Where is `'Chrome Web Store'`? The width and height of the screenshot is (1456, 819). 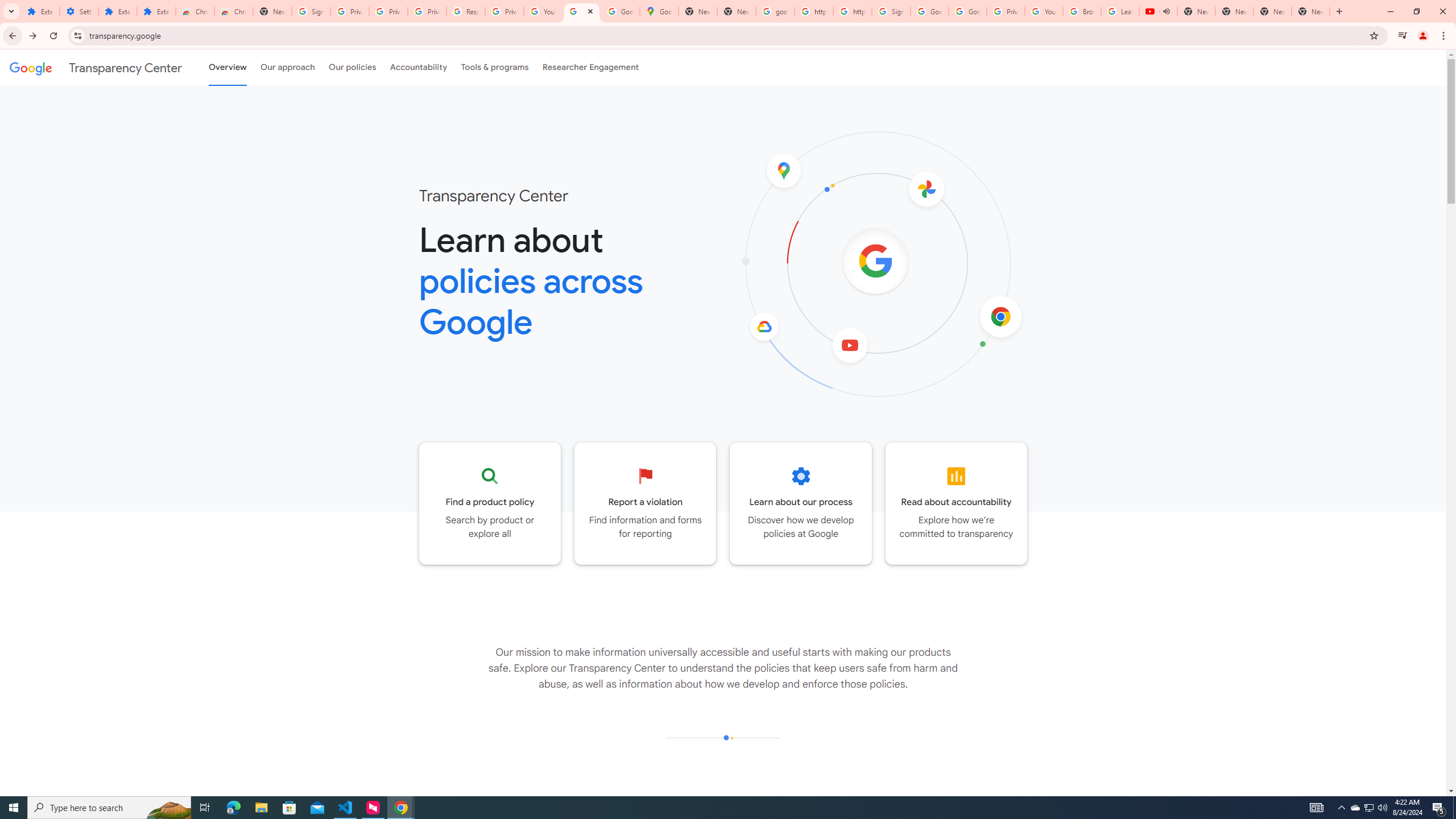 'Chrome Web Store' is located at coordinates (195, 11).